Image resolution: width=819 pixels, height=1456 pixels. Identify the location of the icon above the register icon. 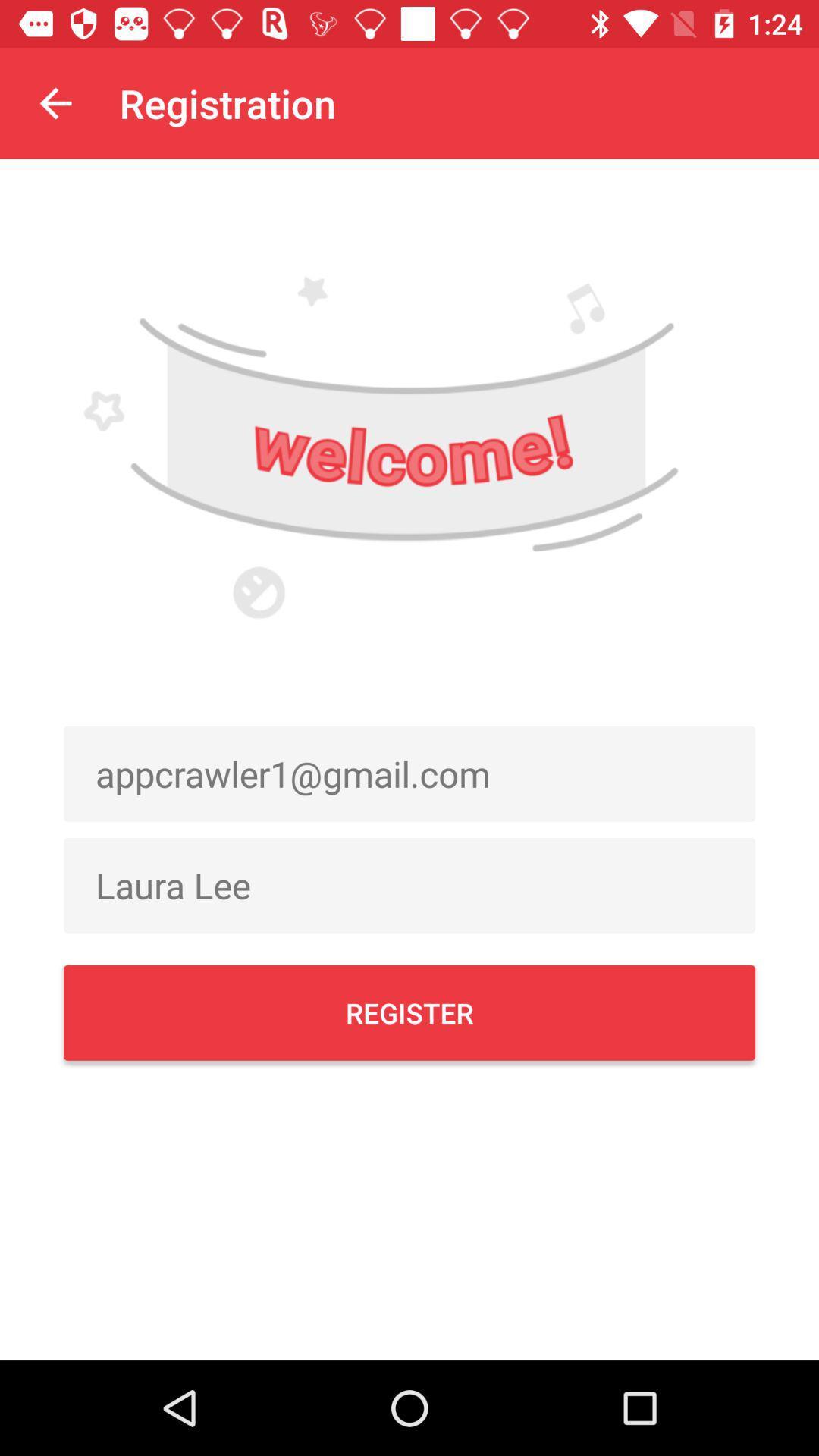
(409, 885).